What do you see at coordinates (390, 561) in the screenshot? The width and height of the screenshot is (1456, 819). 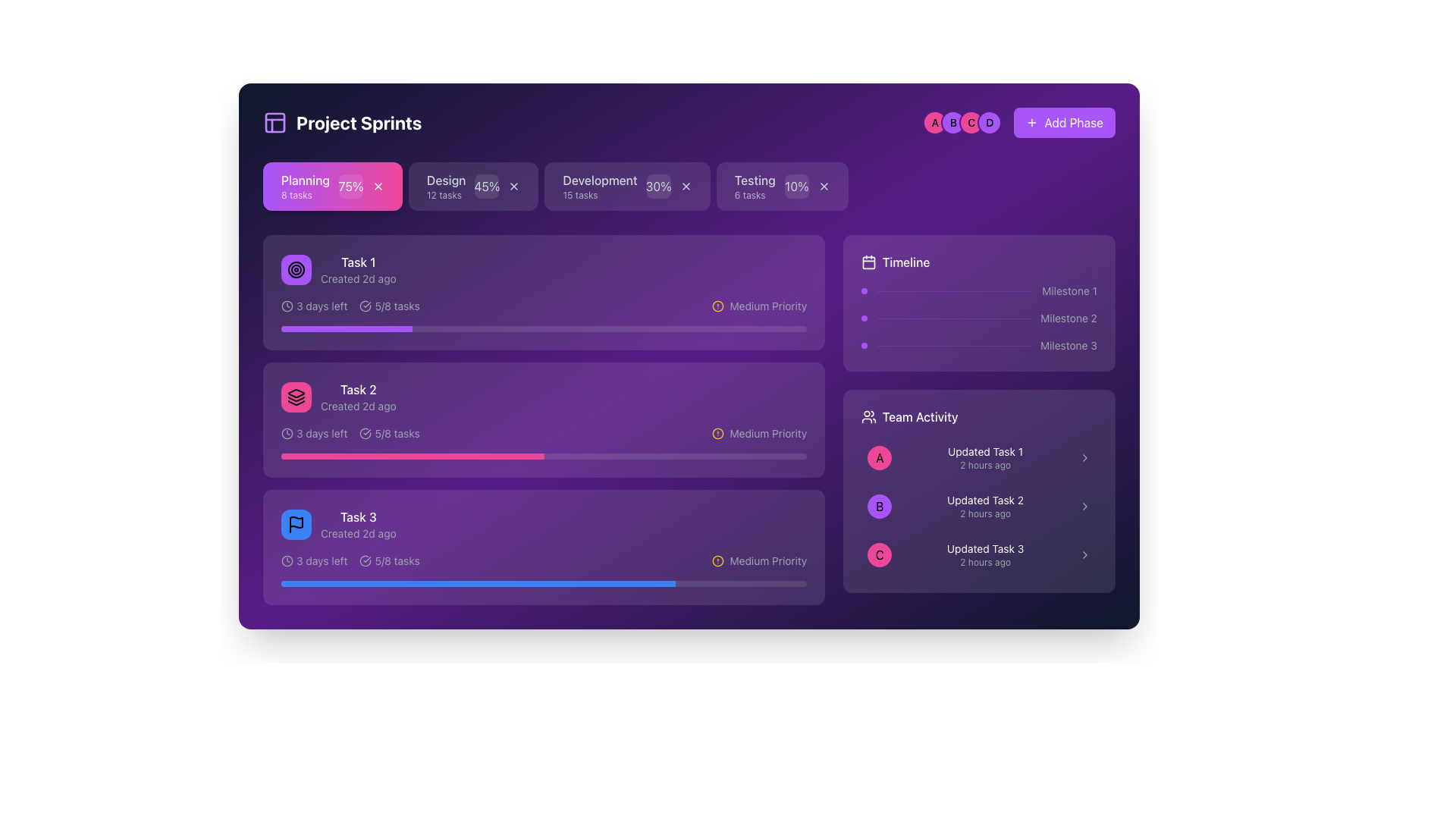 I see `the completion status text indicating '5/8 tasks' associated with 'Task 3' located in the lower right corner of the task card` at bounding box center [390, 561].